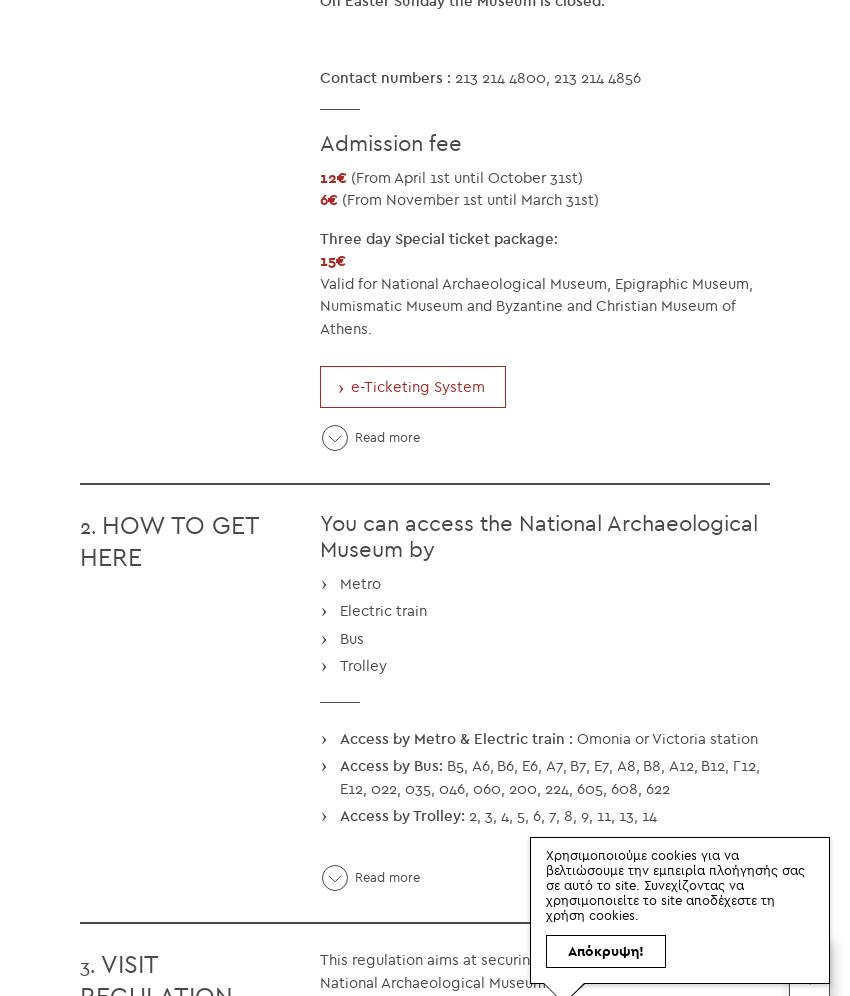 The image size is (850, 996). I want to click on '3.', so click(79, 964).